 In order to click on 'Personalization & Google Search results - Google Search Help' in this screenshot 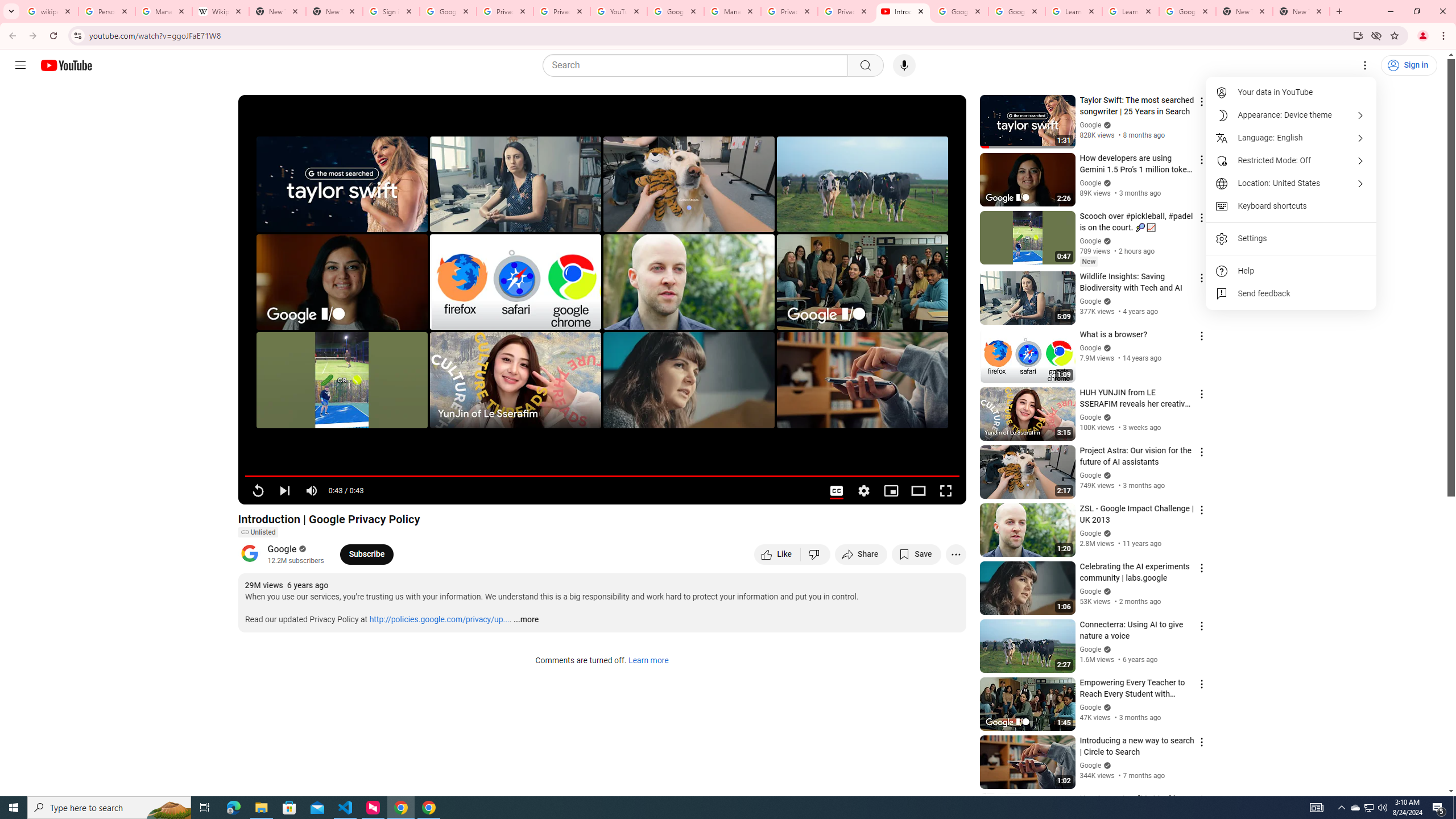, I will do `click(106, 11)`.